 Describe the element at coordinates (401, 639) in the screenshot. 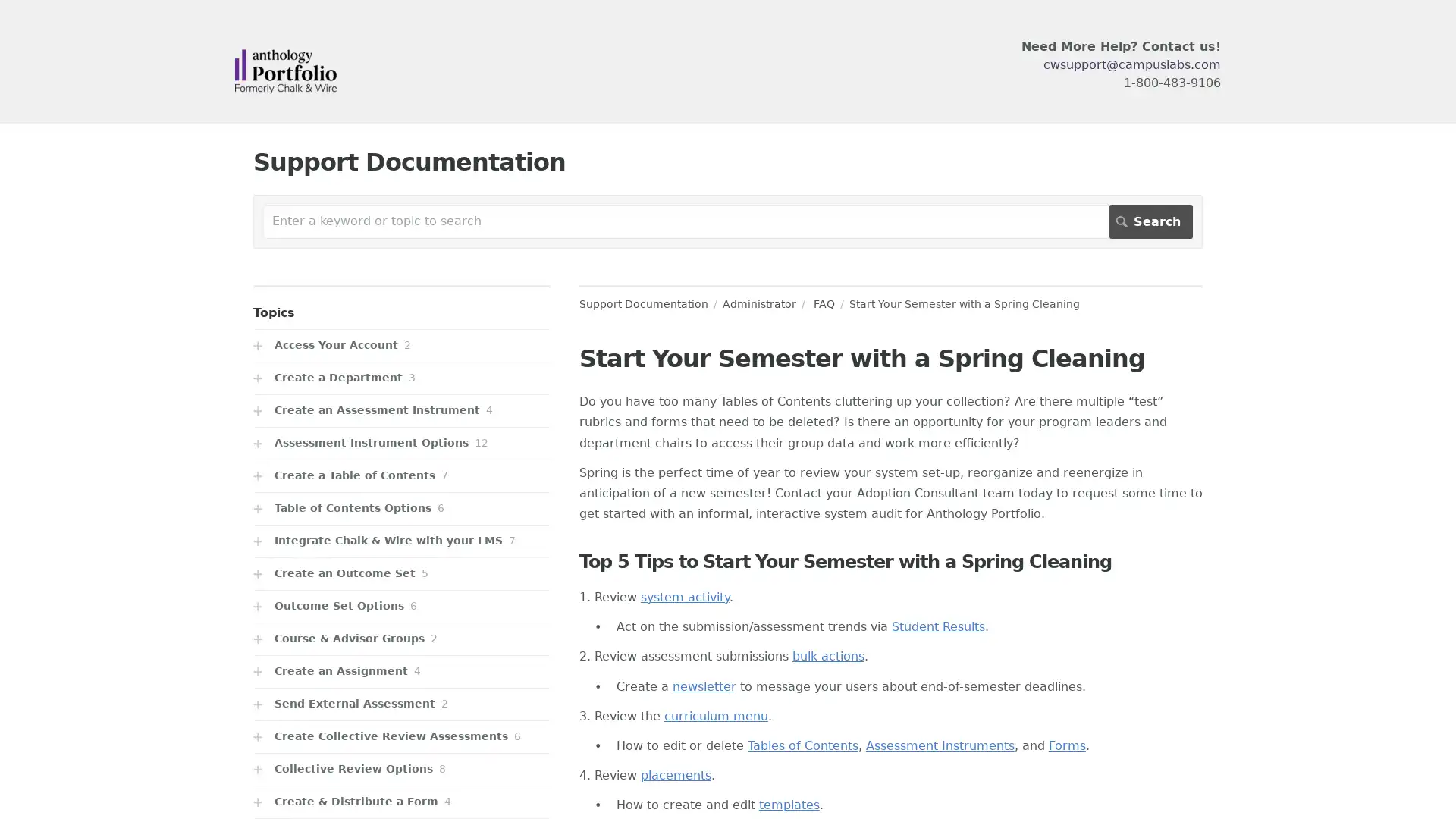

I see `Course & Advisor Groups 2` at that location.